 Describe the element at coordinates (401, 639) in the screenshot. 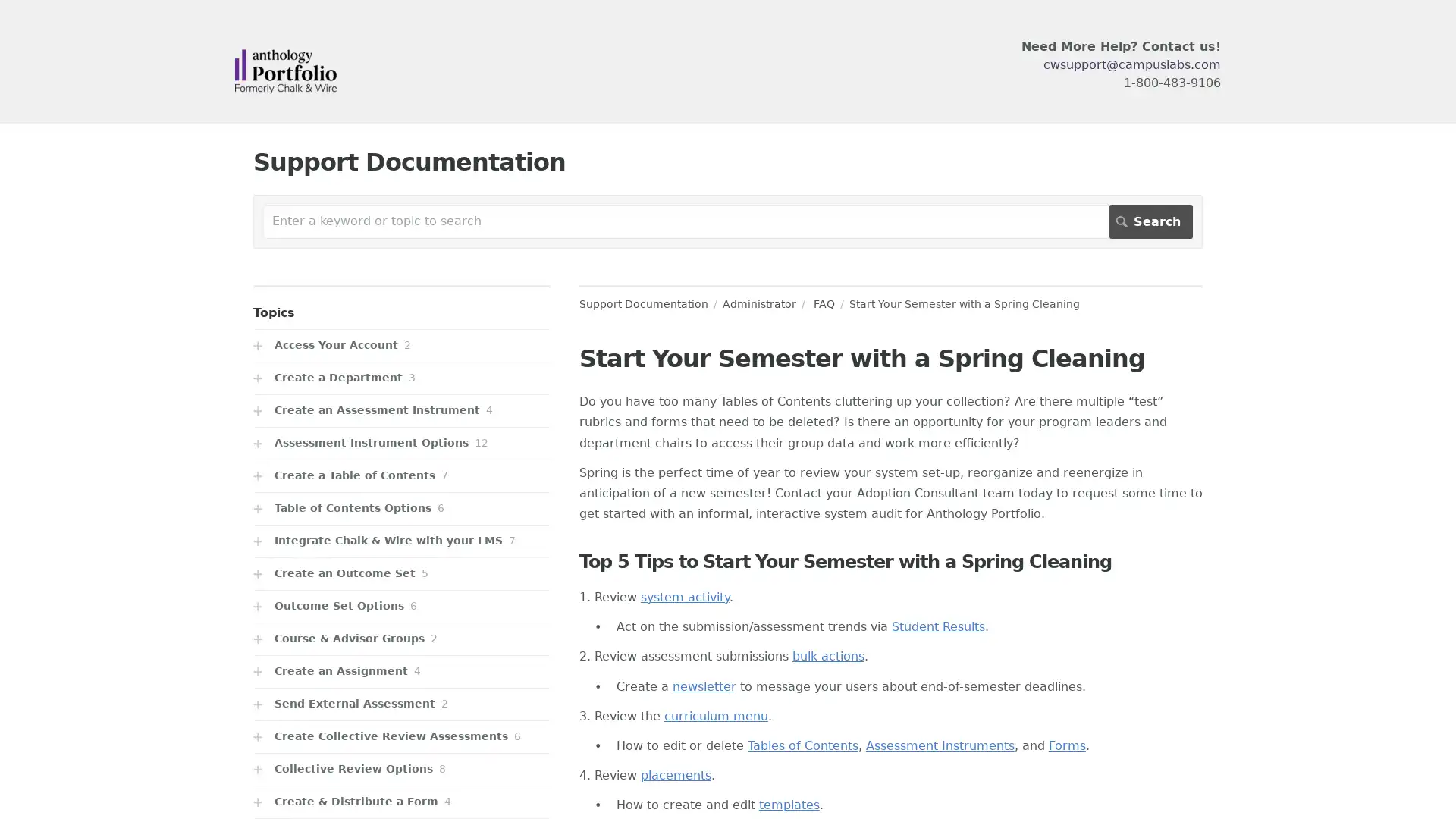

I see `Course & Advisor Groups 2` at that location.